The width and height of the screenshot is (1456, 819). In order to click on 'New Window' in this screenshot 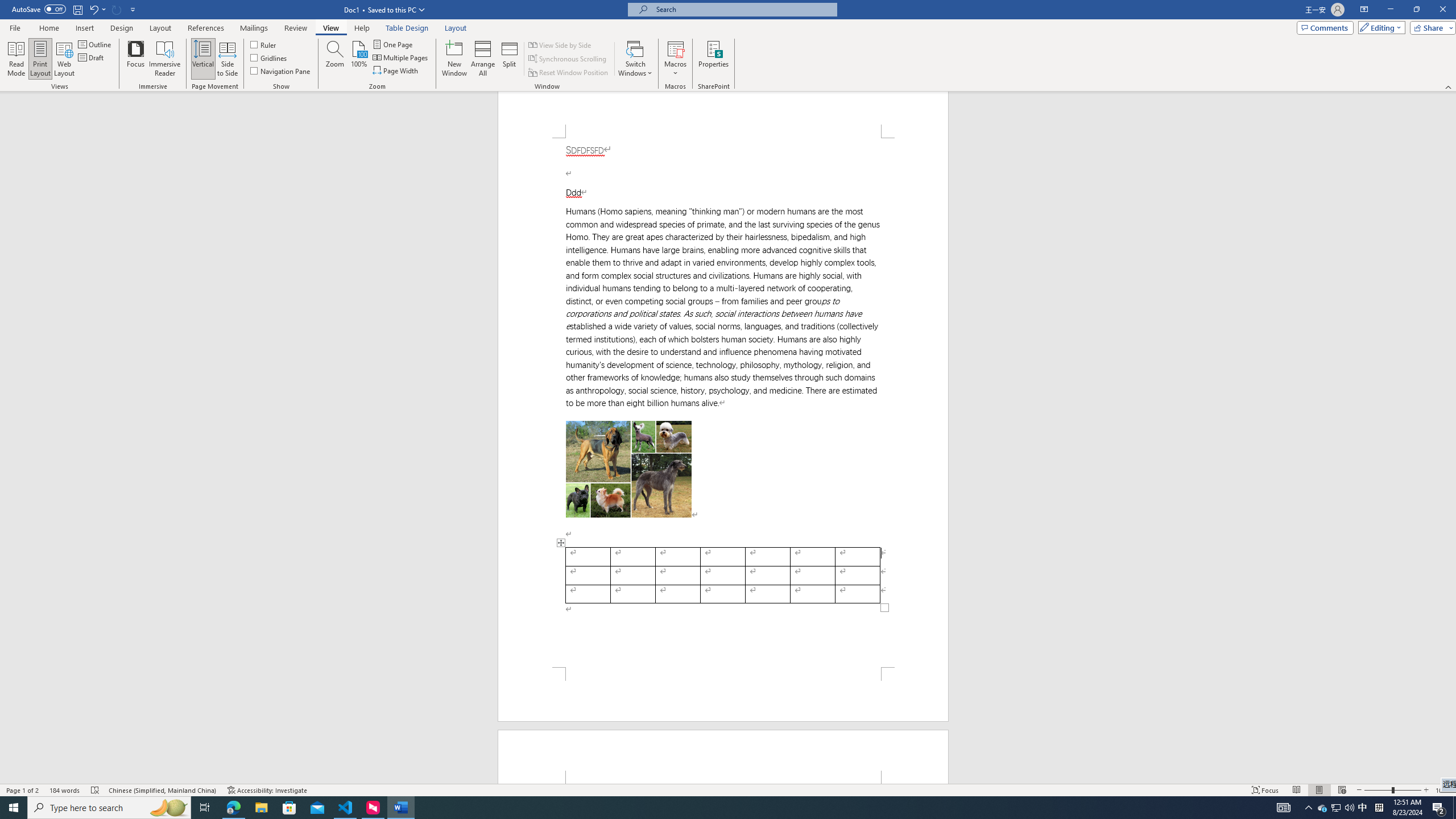, I will do `click(454, 59)`.